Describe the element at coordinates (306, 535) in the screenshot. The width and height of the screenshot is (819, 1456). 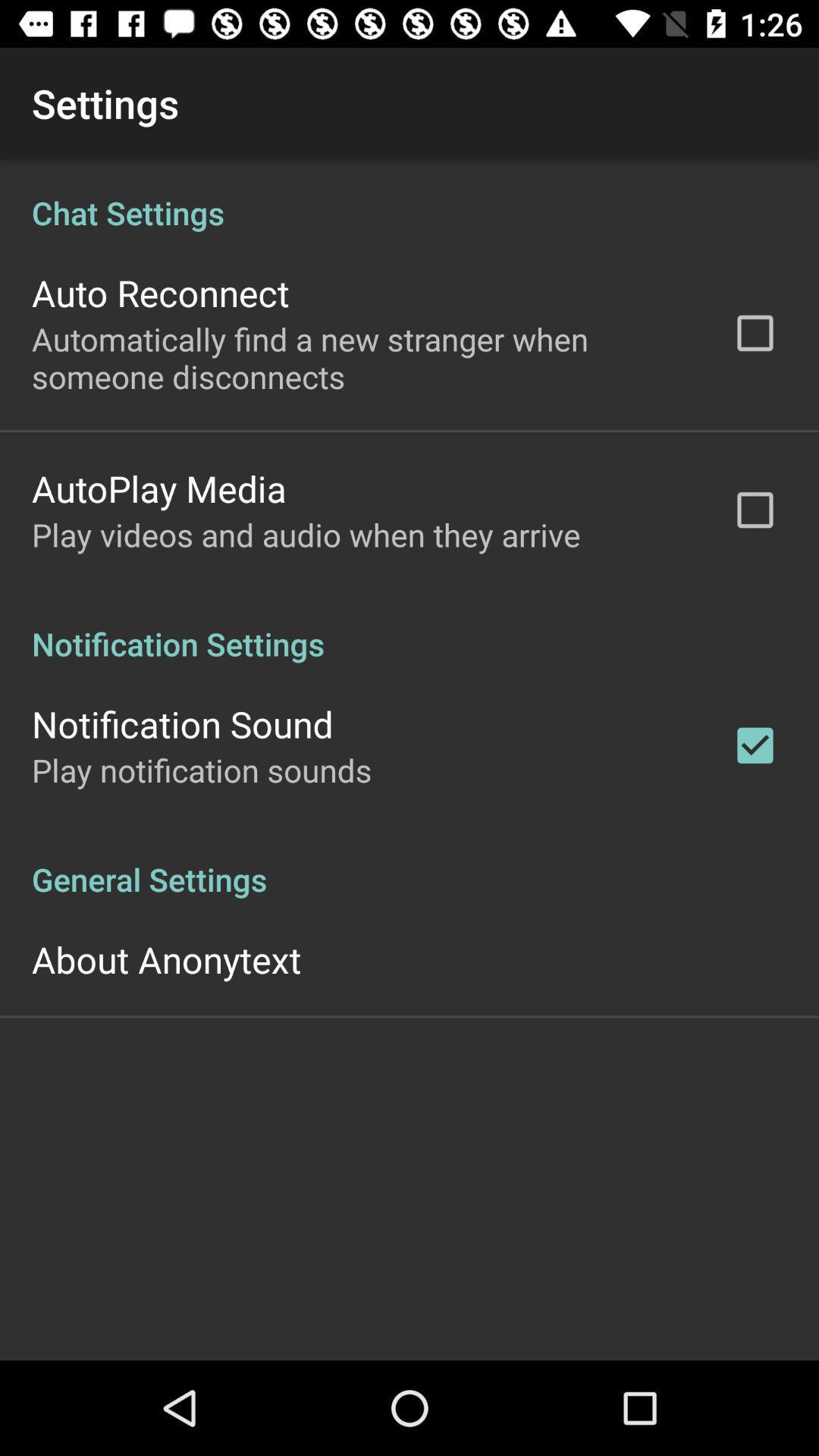
I see `play videos and app` at that location.